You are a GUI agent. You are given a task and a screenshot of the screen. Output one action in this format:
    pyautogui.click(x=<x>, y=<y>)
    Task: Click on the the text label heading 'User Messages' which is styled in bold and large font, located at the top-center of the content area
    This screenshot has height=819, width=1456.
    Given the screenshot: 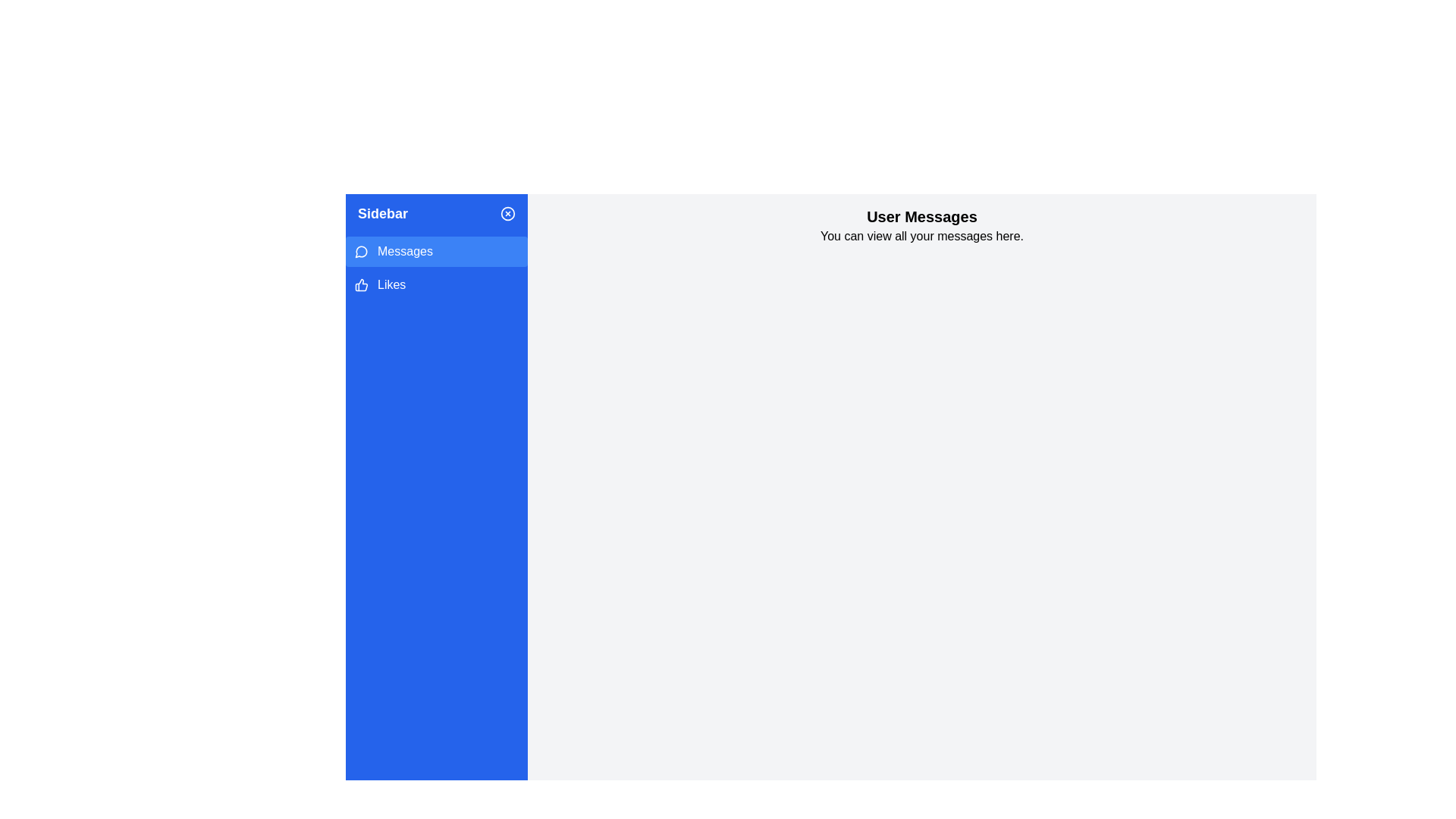 What is the action you would take?
    pyautogui.click(x=921, y=216)
    